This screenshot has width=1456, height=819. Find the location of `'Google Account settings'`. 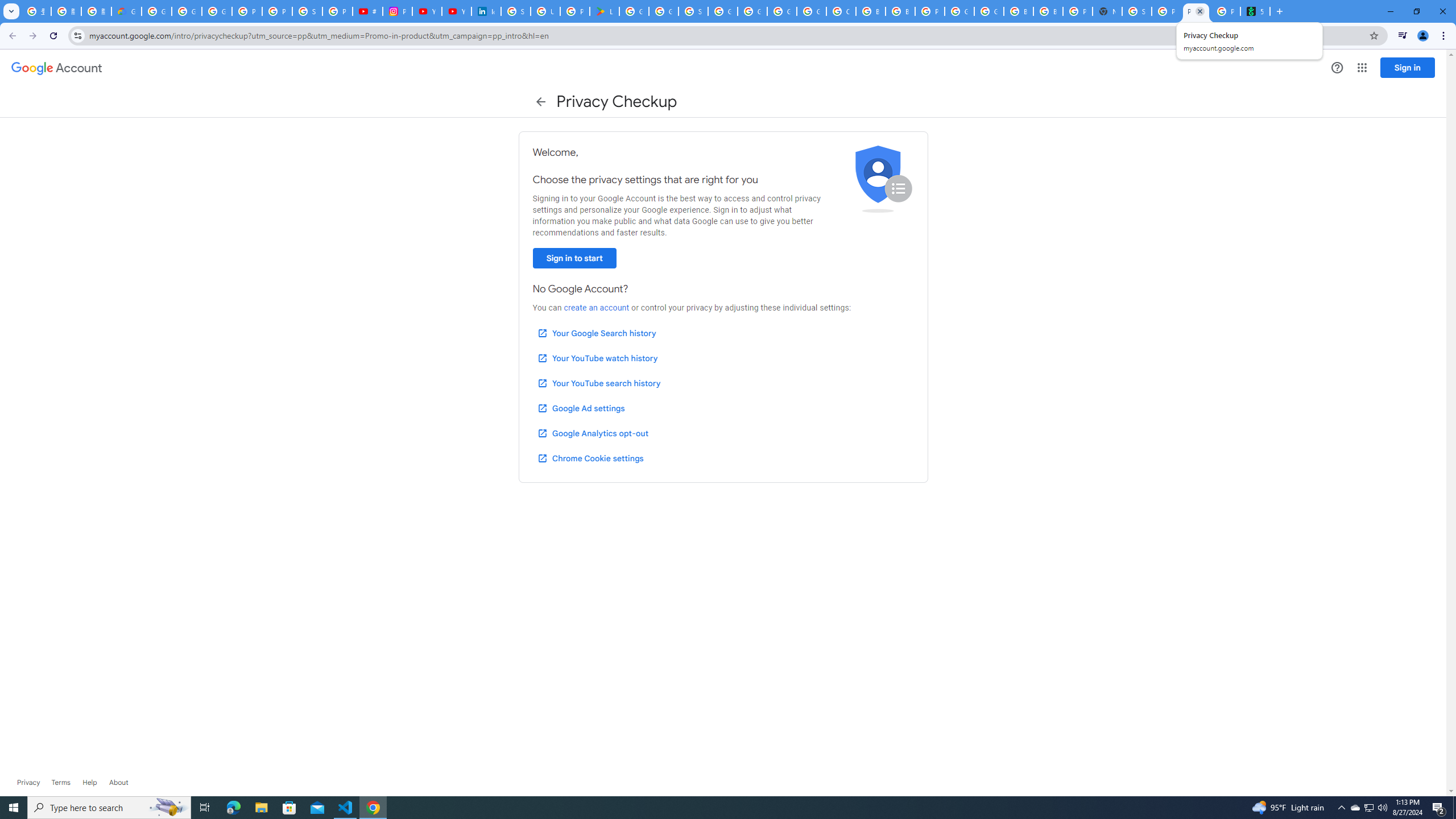

'Google Account settings' is located at coordinates (56, 68).